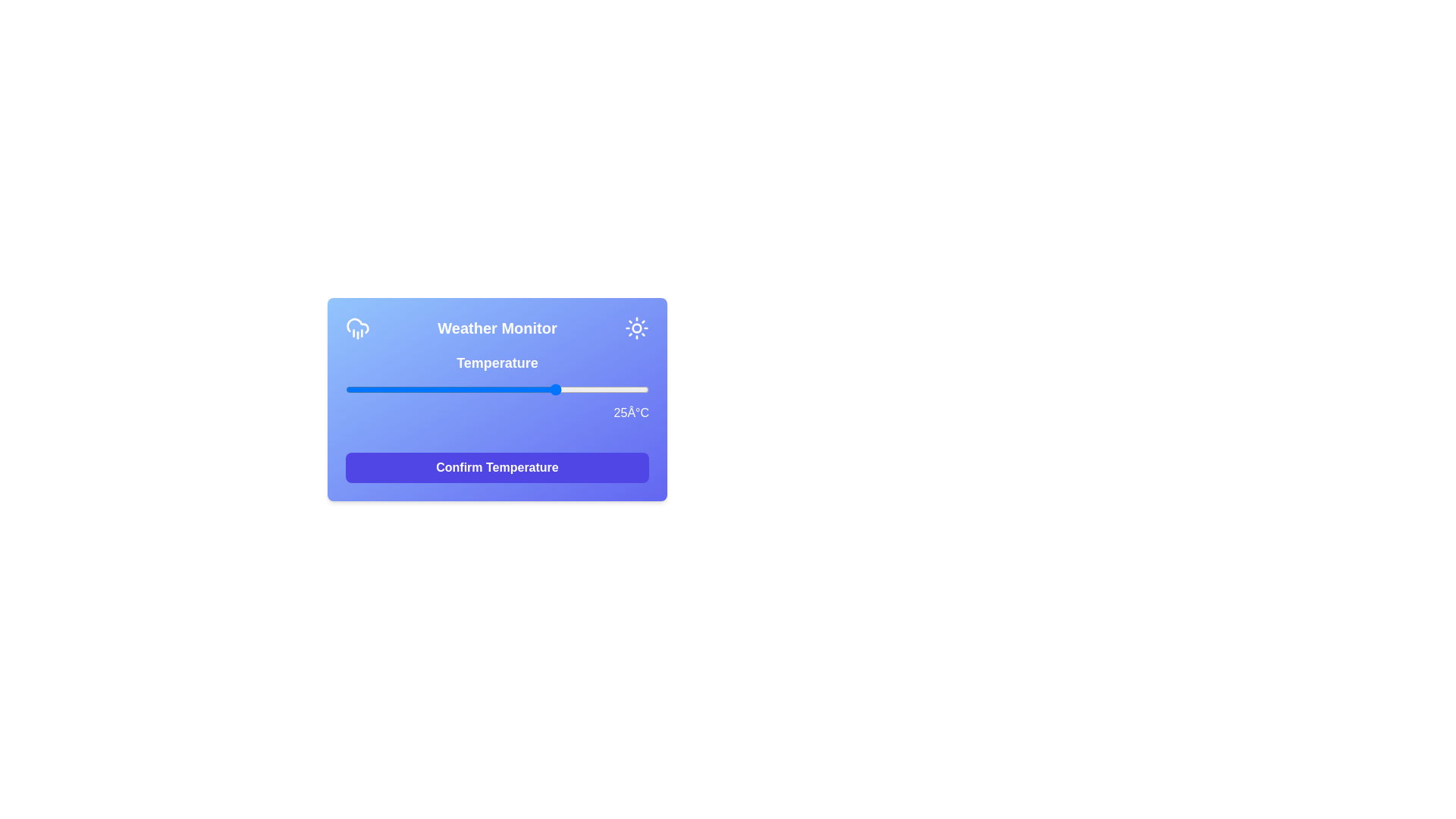 Image resolution: width=1456 pixels, height=819 pixels. Describe the element at coordinates (497, 327) in the screenshot. I see `the Header bar labeled 'Weather Monitor' which features a cloud icon on the left and a sun icon on the right` at that location.